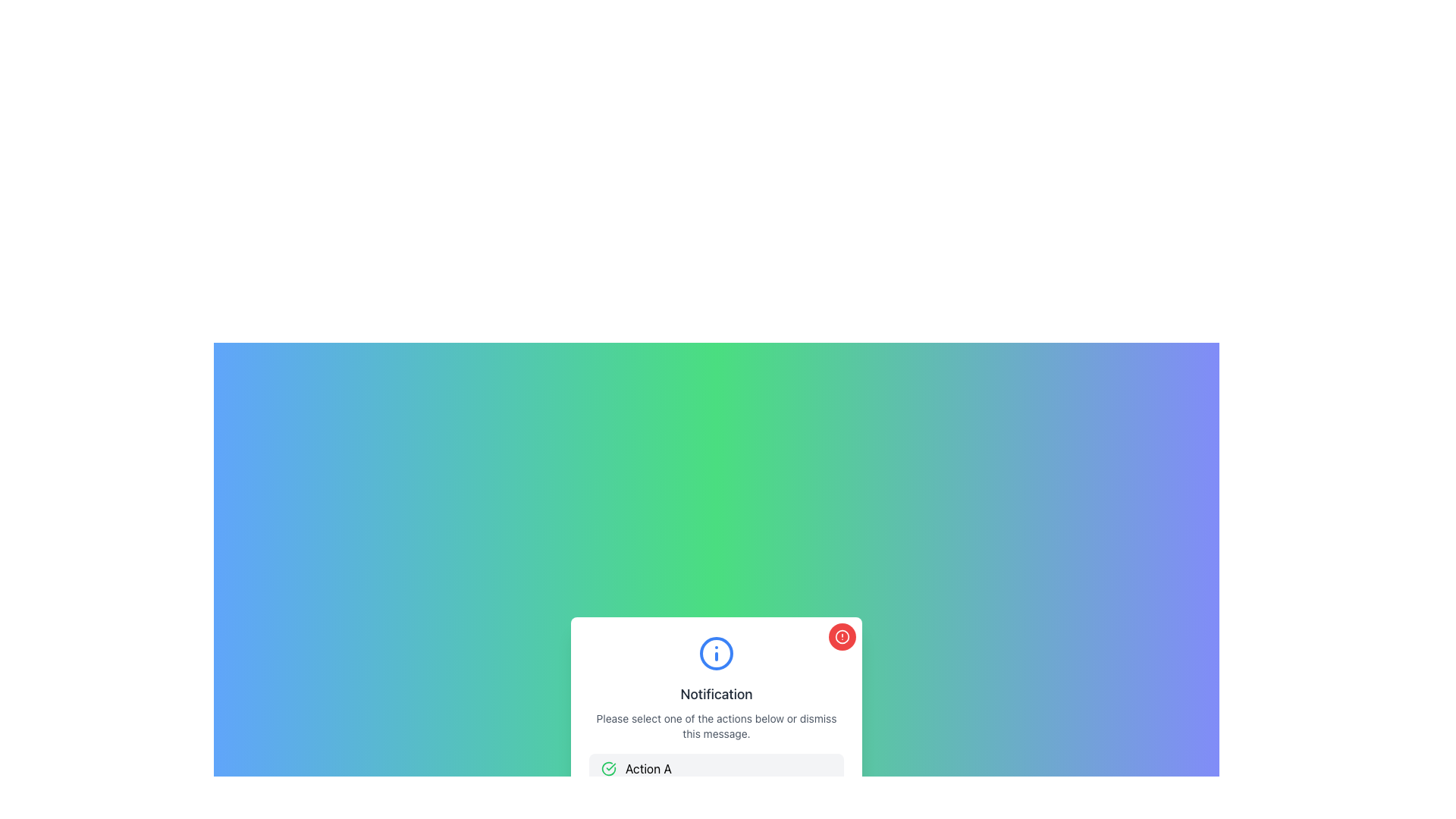 The image size is (1456, 819). Describe the element at coordinates (608, 769) in the screenshot. I see `the circular green icon featuring a checkmark inside, which indicates confirmation or success, located within the 'Action A' button` at that location.